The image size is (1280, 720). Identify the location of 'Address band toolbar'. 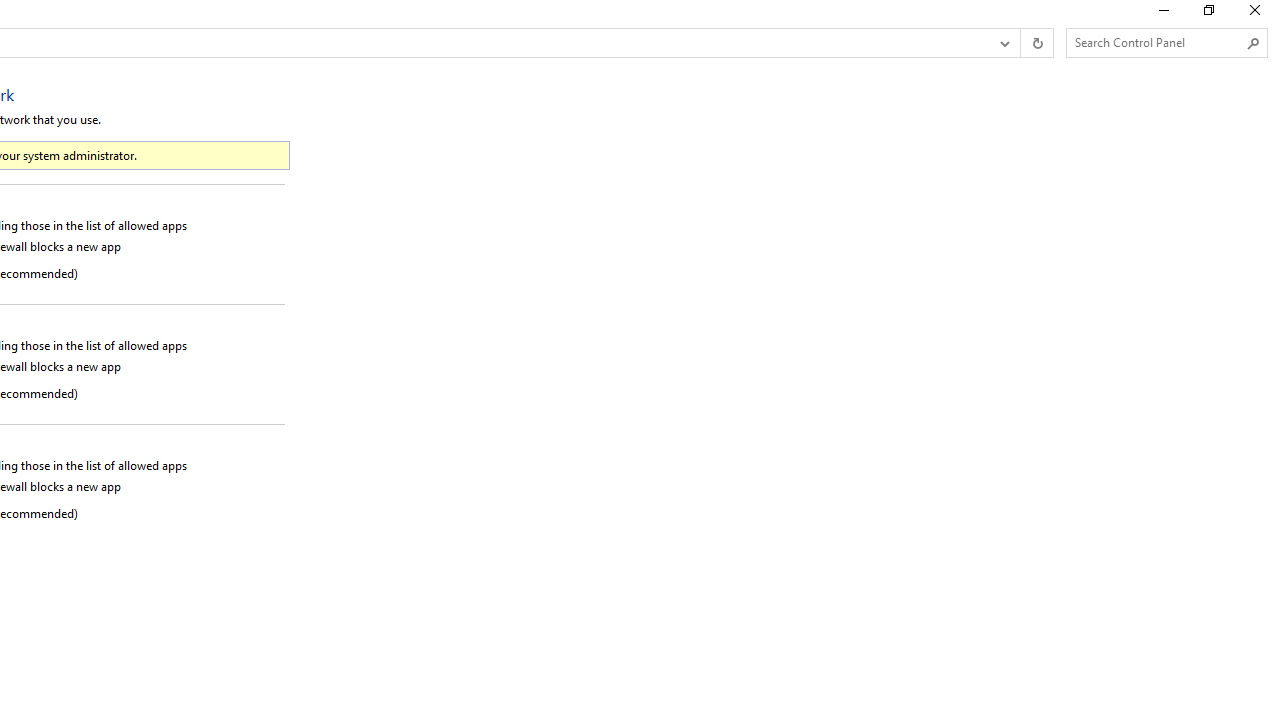
(1020, 43).